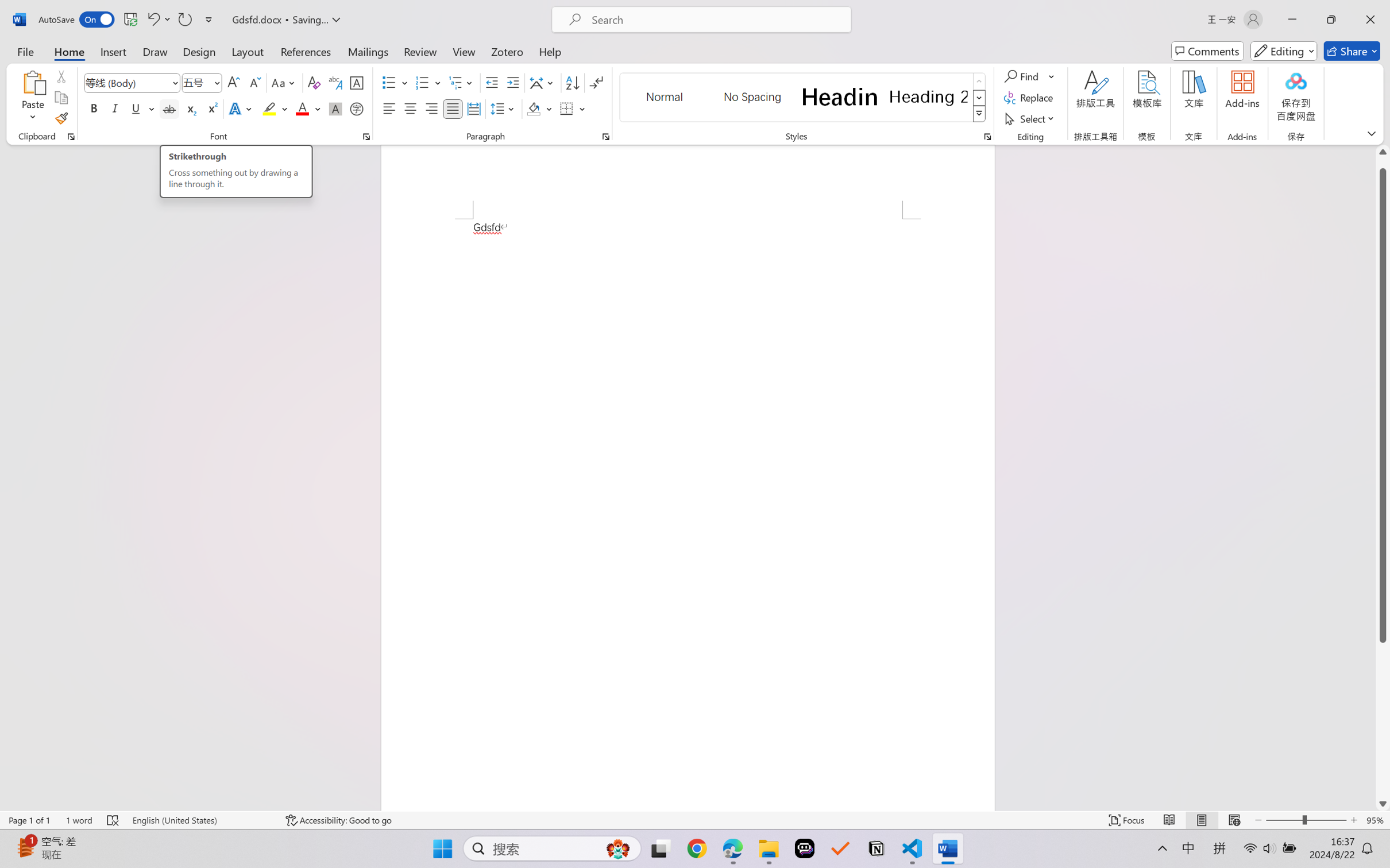 The image size is (1390, 868). What do you see at coordinates (303, 108) in the screenshot?
I see `'Font Color Red'` at bounding box center [303, 108].